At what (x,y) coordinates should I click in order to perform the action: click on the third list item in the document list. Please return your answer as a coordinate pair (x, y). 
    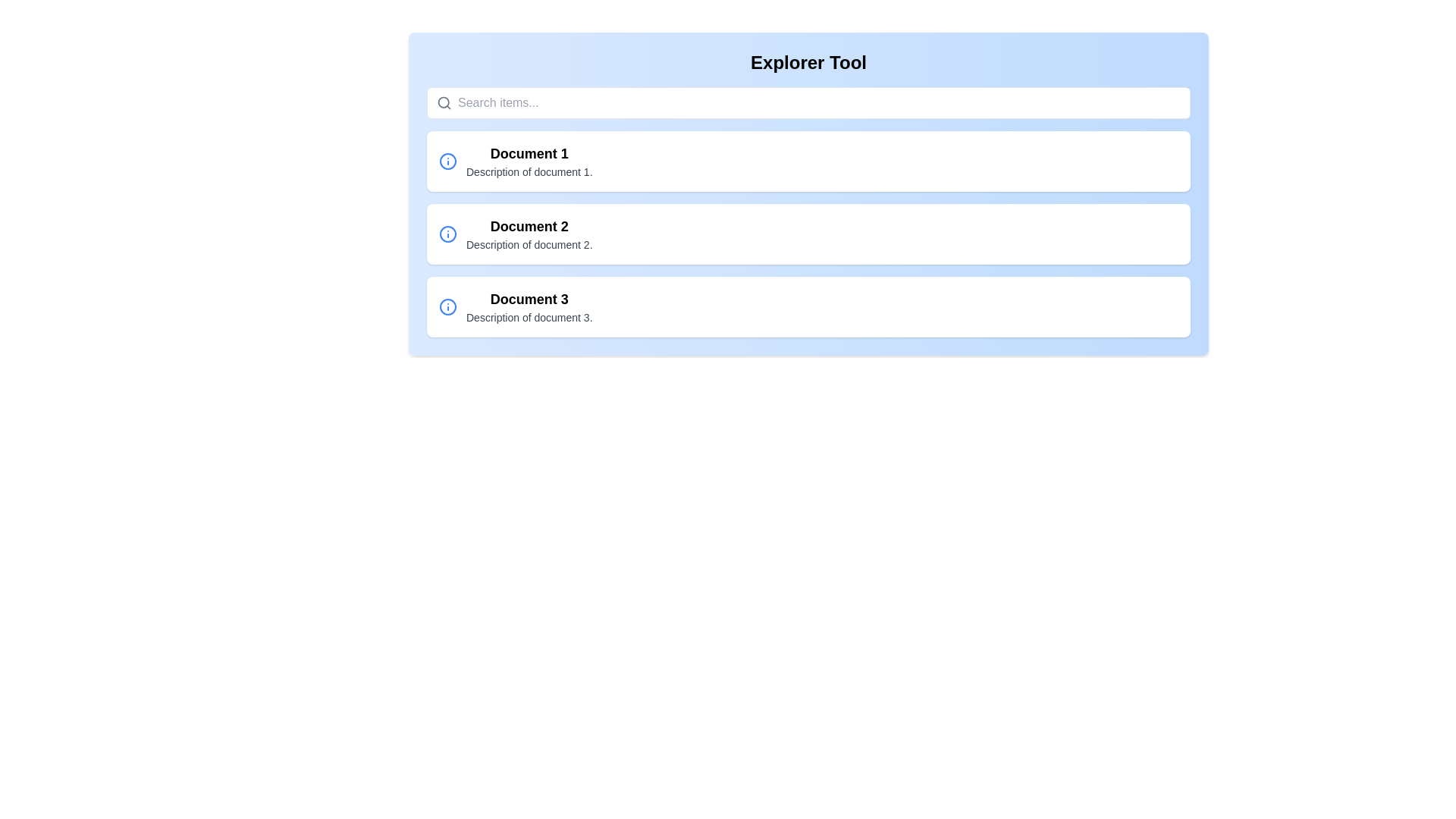
    Looking at the image, I should click on (529, 307).